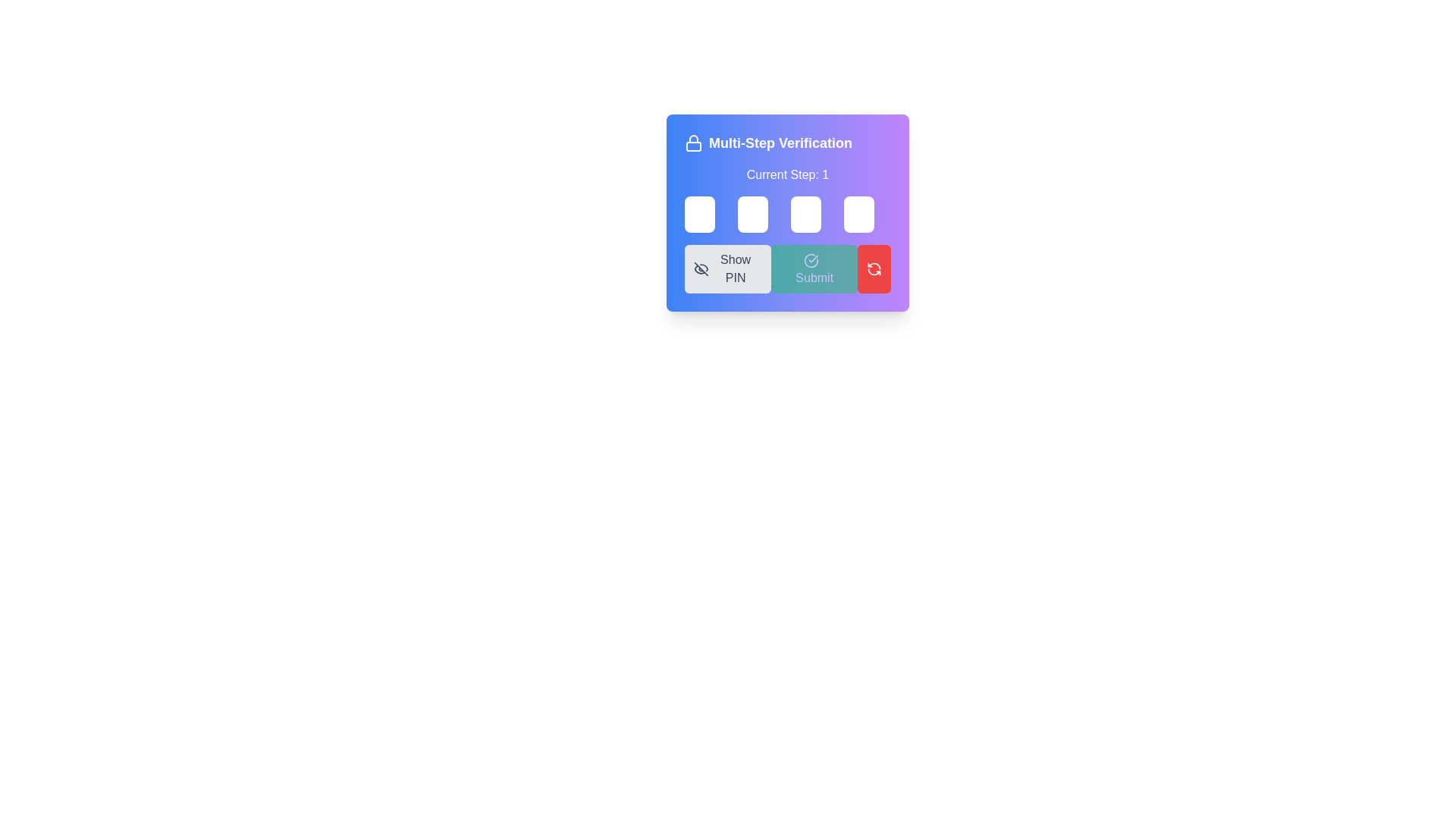  Describe the element at coordinates (693, 146) in the screenshot. I see `the bottom rectangle of the lock icon, which is a simple rectangular shape with a gradient background, positioned centrally below the shackle part of the lock illustration` at that location.